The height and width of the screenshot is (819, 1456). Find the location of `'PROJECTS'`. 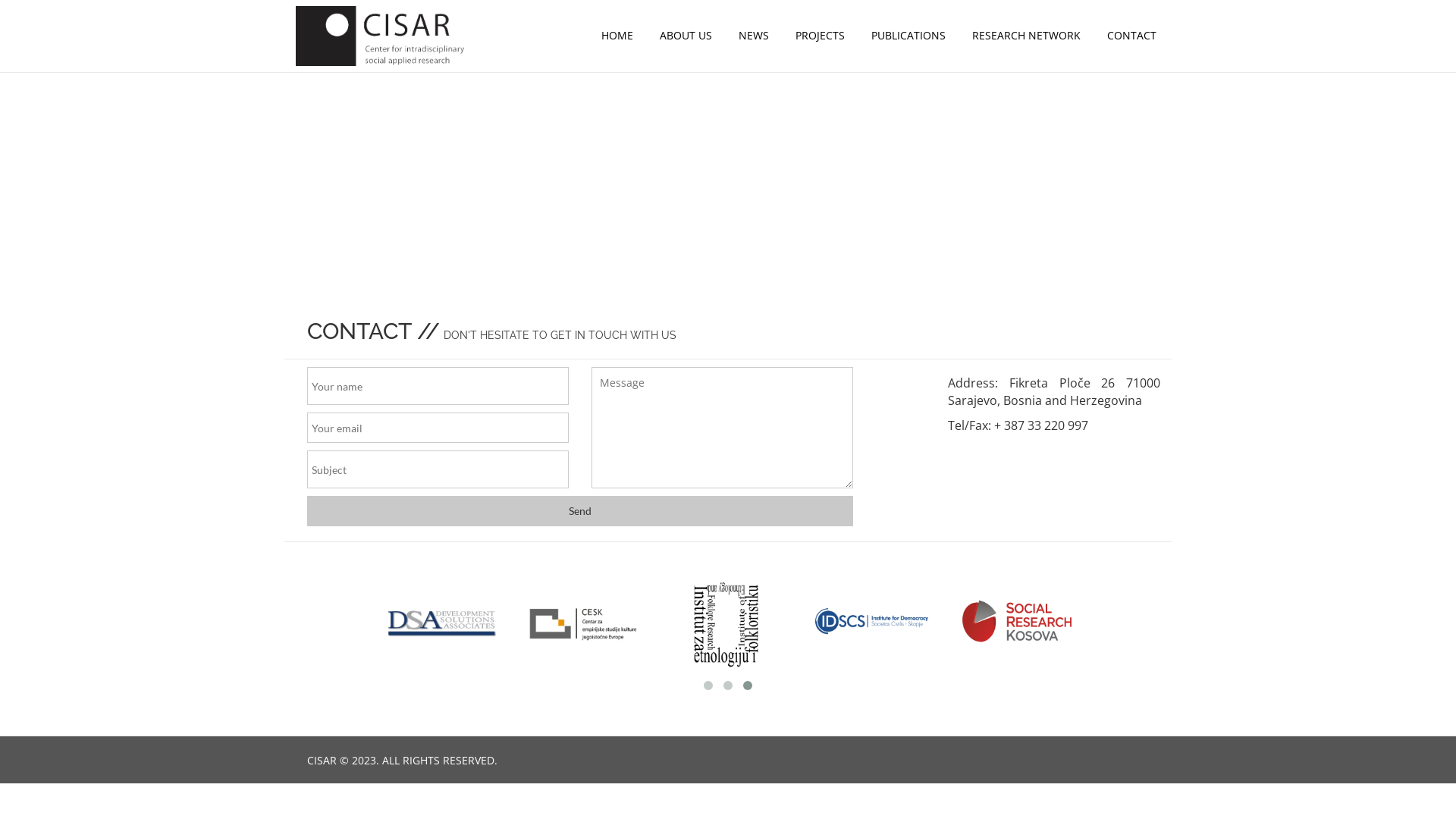

'PROJECTS' is located at coordinates (819, 34).